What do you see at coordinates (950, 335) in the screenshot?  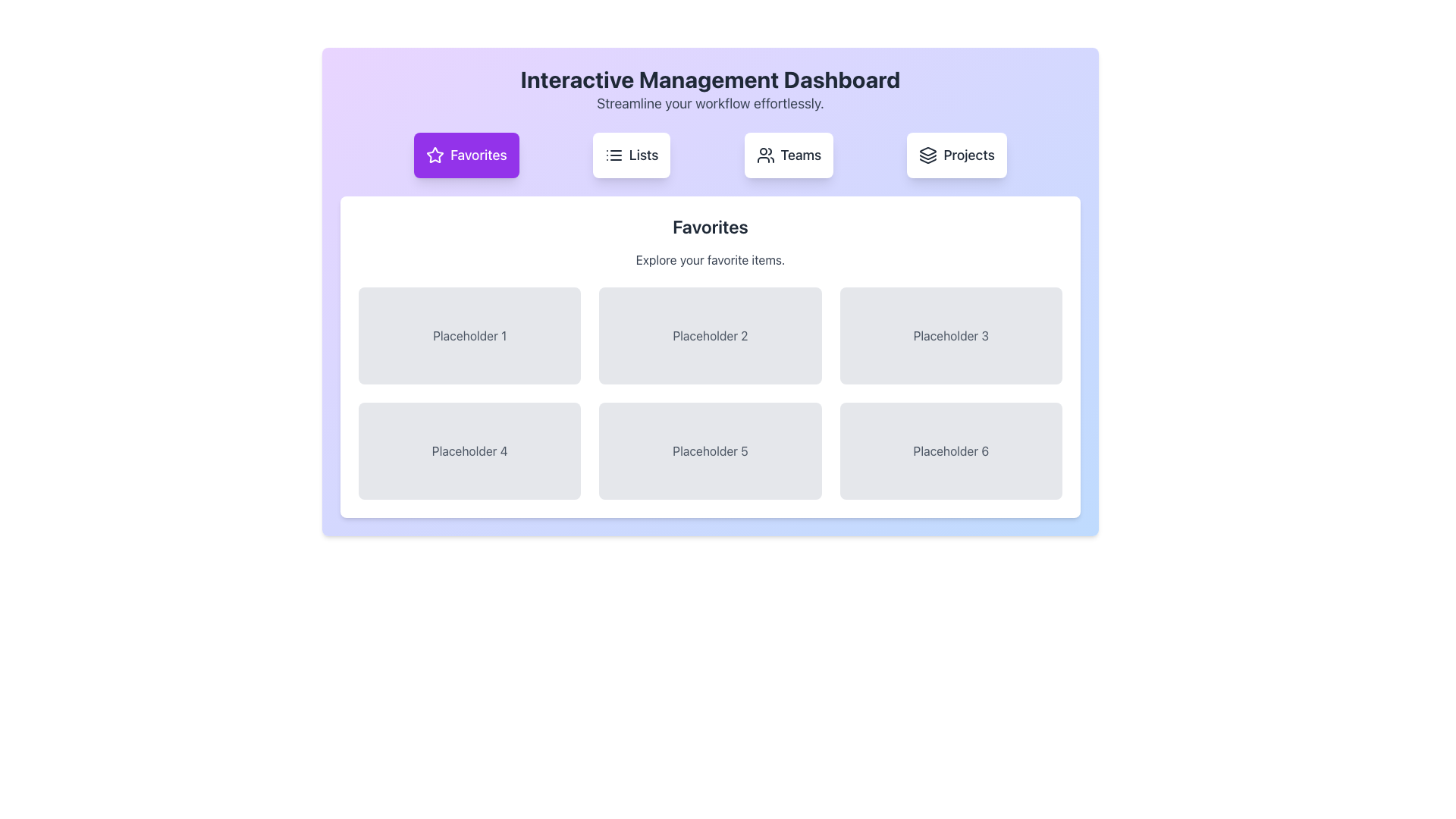 I see `the text label labeled 'Placeholder 3' located in the second row and third column of the grid layout under the 'Favorites' section` at bounding box center [950, 335].